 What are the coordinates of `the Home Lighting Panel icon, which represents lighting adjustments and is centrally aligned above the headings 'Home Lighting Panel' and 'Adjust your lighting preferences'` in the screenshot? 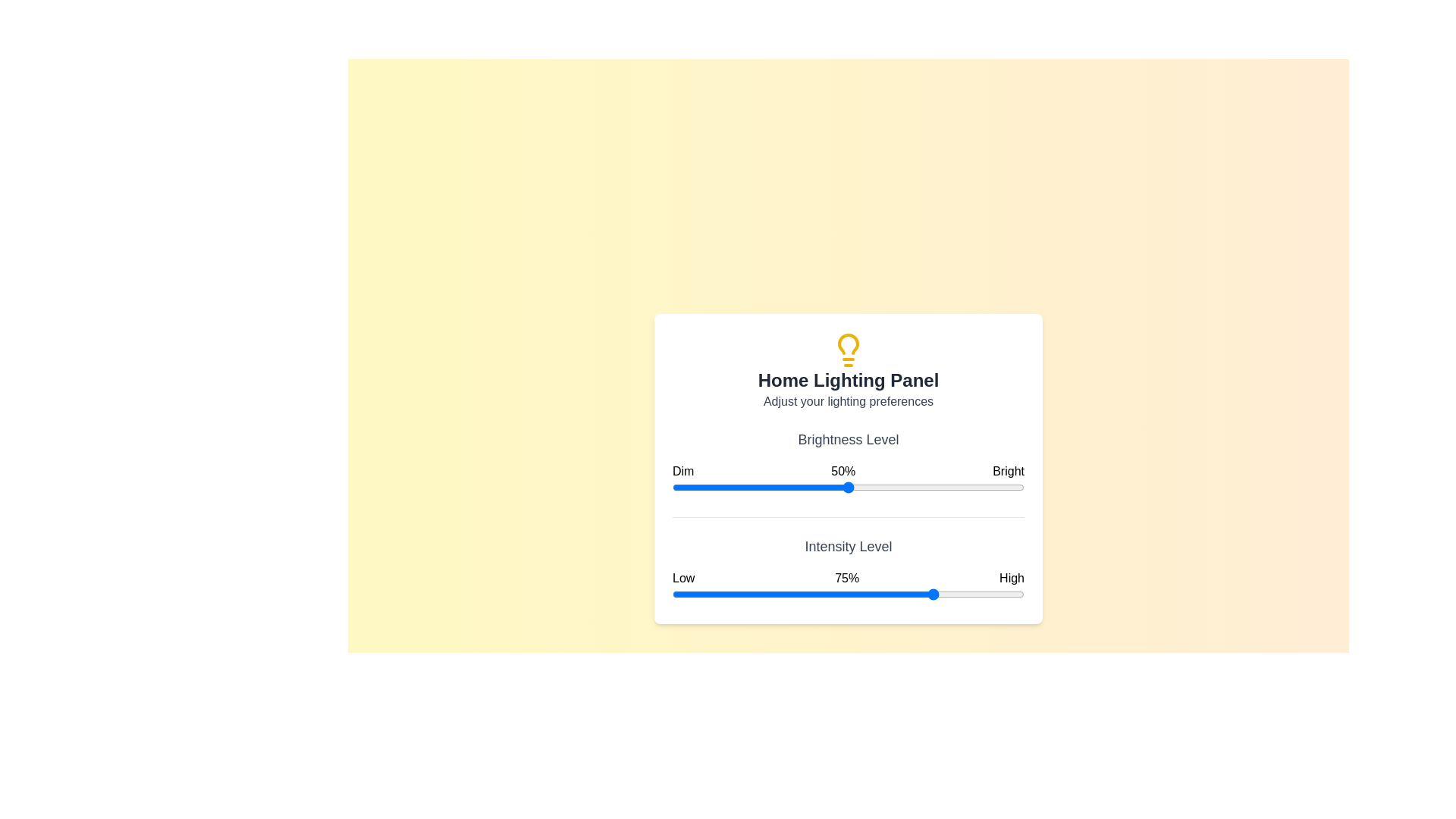 It's located at (847, 350).